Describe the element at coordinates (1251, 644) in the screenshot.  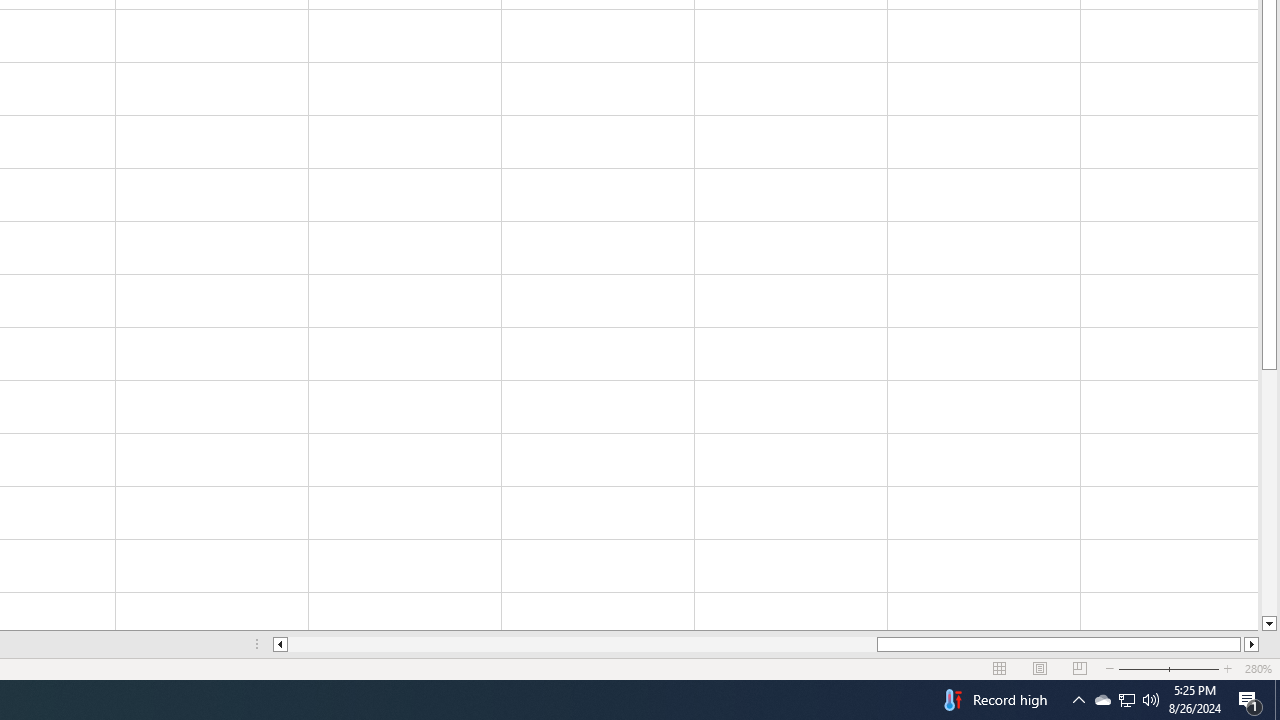
I see `'Column right'` at that location.